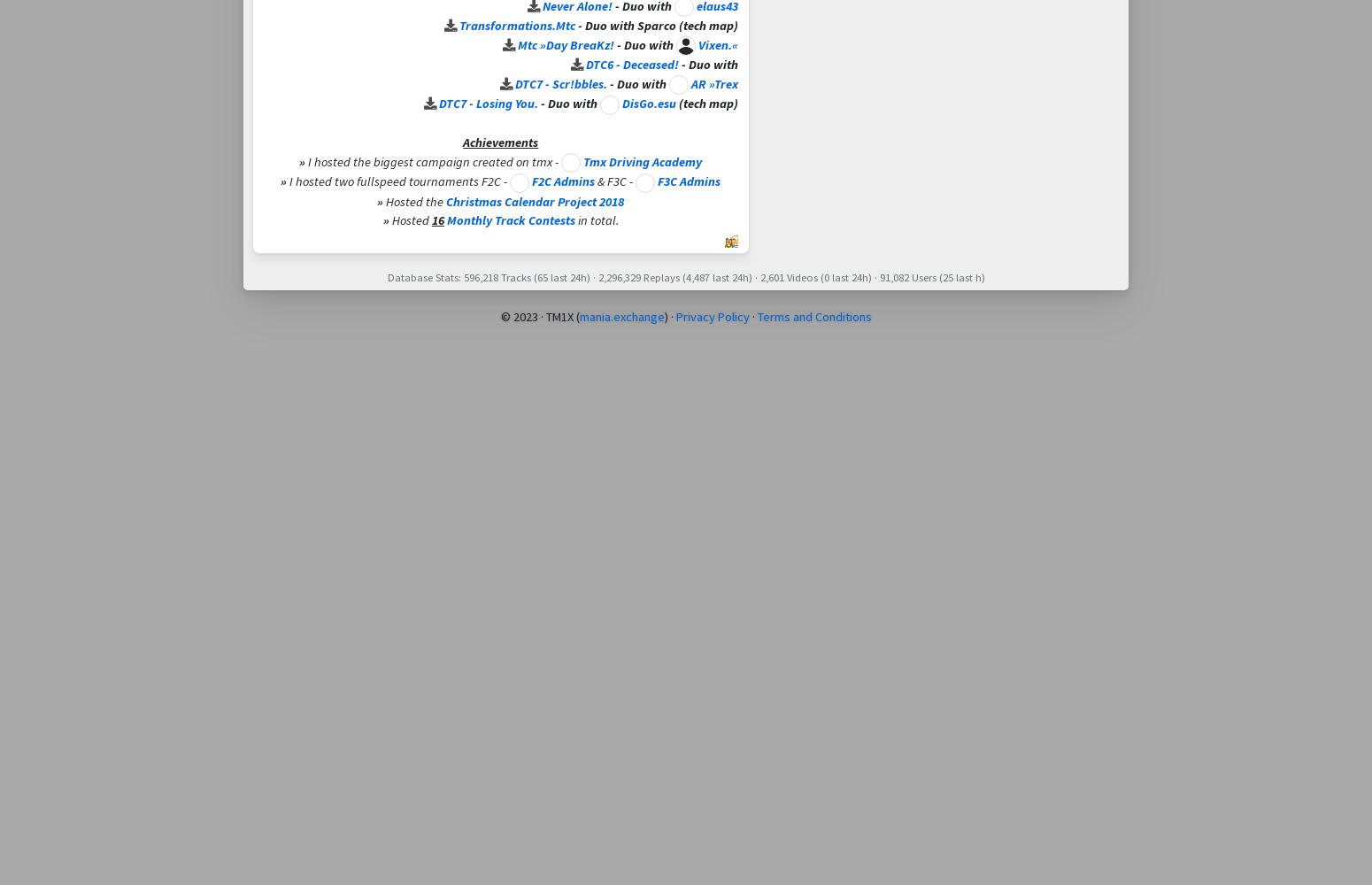  I want to click on 'F3C Admins', so click(658, 181).